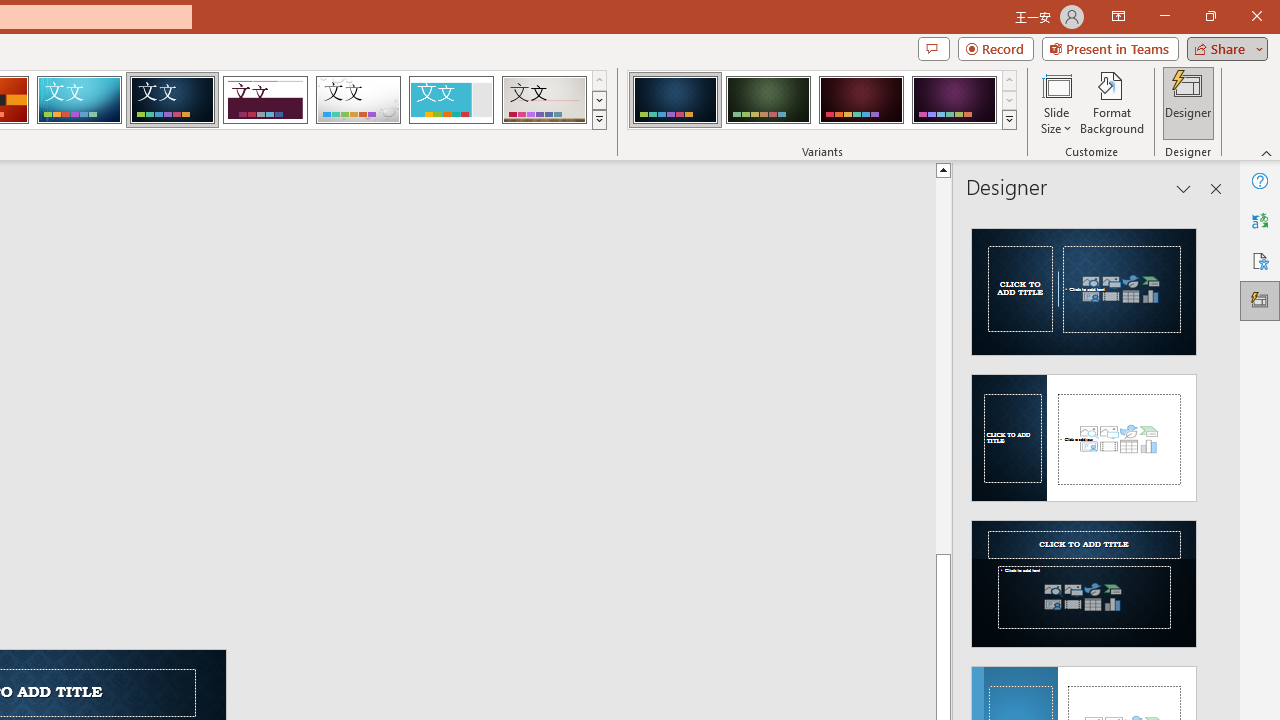 The image size is (1280, 720). What do you see at coordinates (1055, 103) in the screenshot?
I see `'Slide Size'` at bounding box center [1055, 103].